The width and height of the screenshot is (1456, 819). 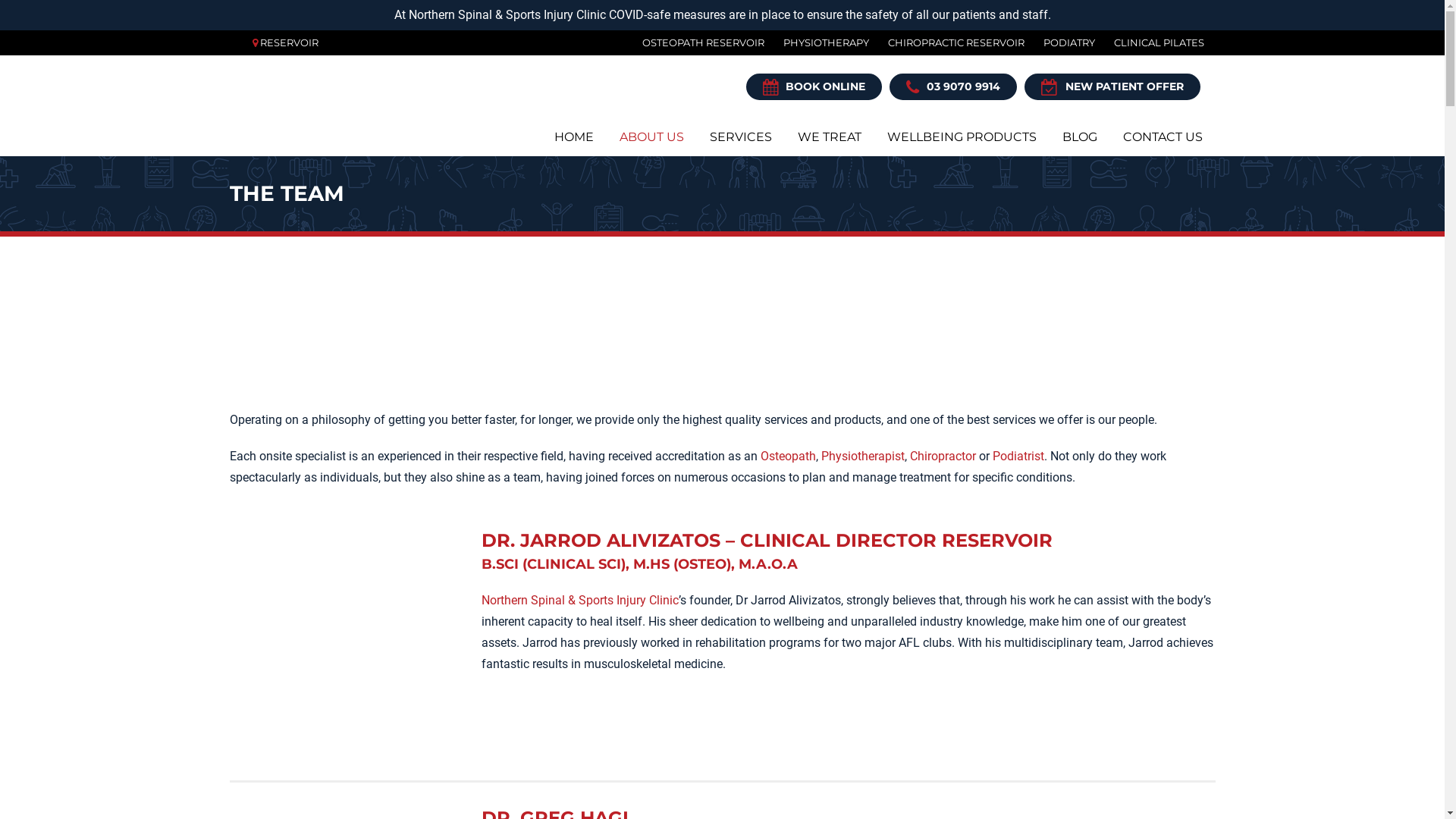 What do you see at coordinates (764, 42) in the screenshot?
I see `'PHYSIOTHERAPY'` at bounding box center [764, 42].